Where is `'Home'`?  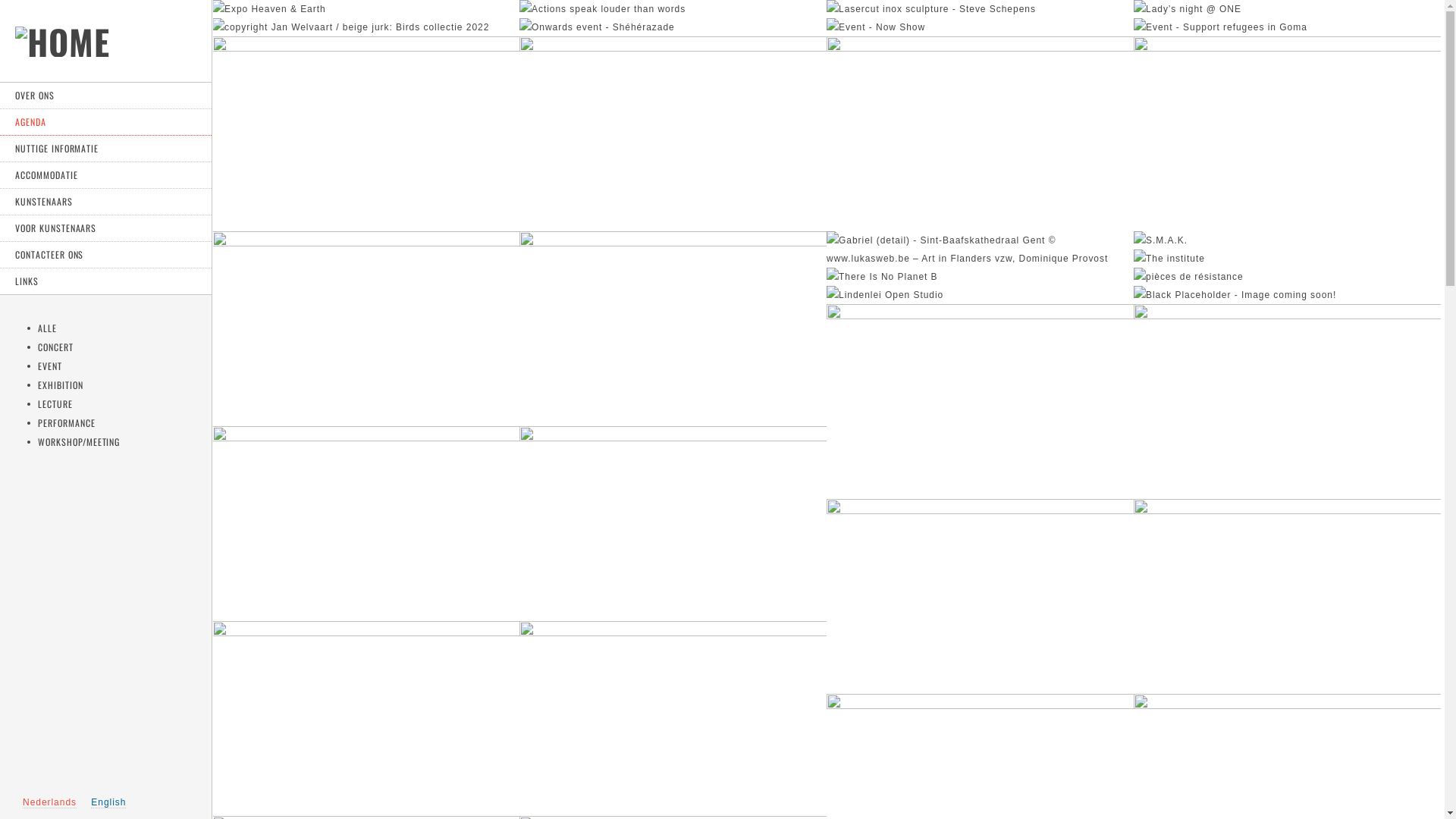 'Home' is located at coordinates (61, 50).